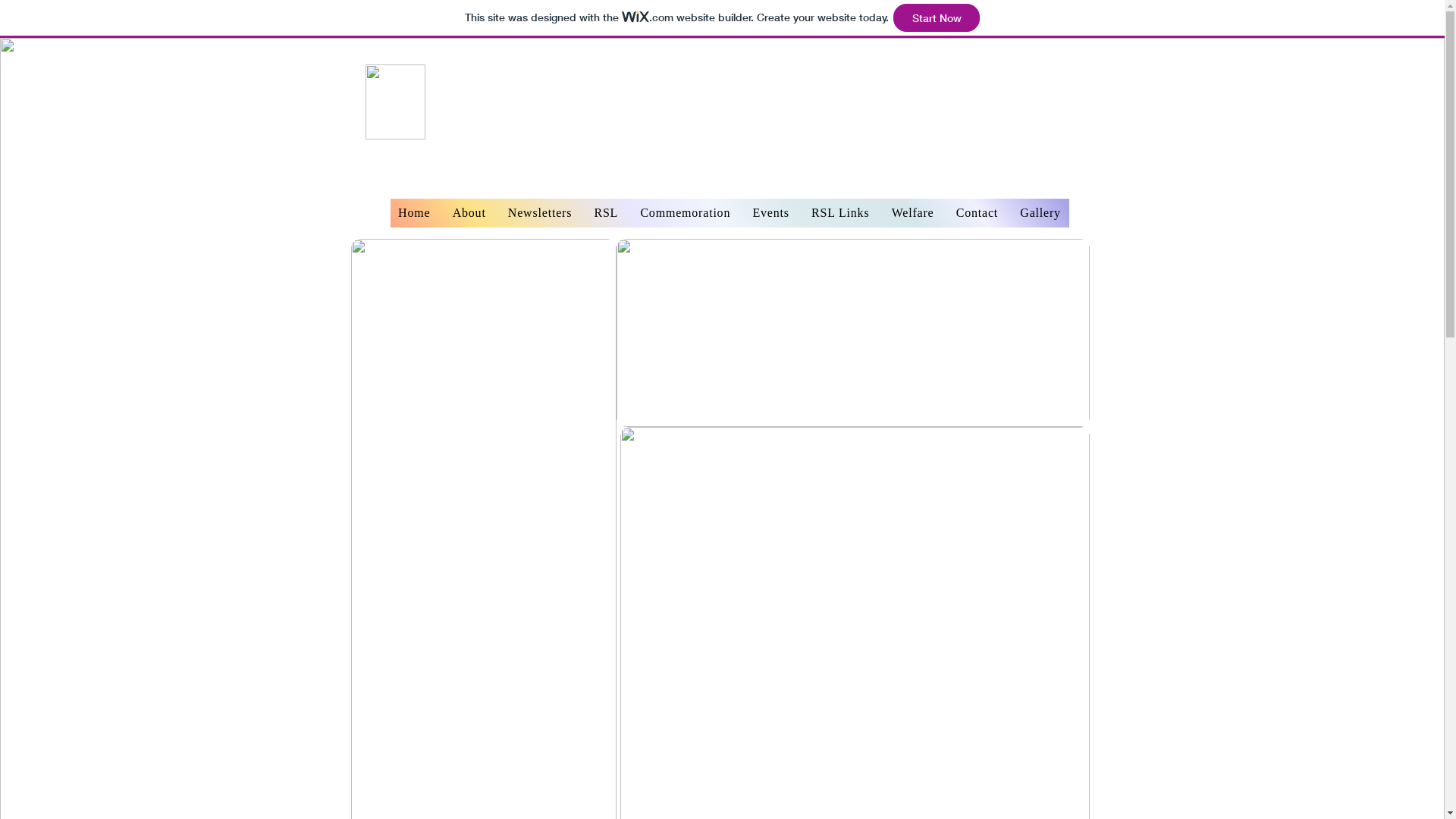  What do you see at coordinates (389, 213) in the screenshot?
I see `'Home'` at bounding box center [389, 213].